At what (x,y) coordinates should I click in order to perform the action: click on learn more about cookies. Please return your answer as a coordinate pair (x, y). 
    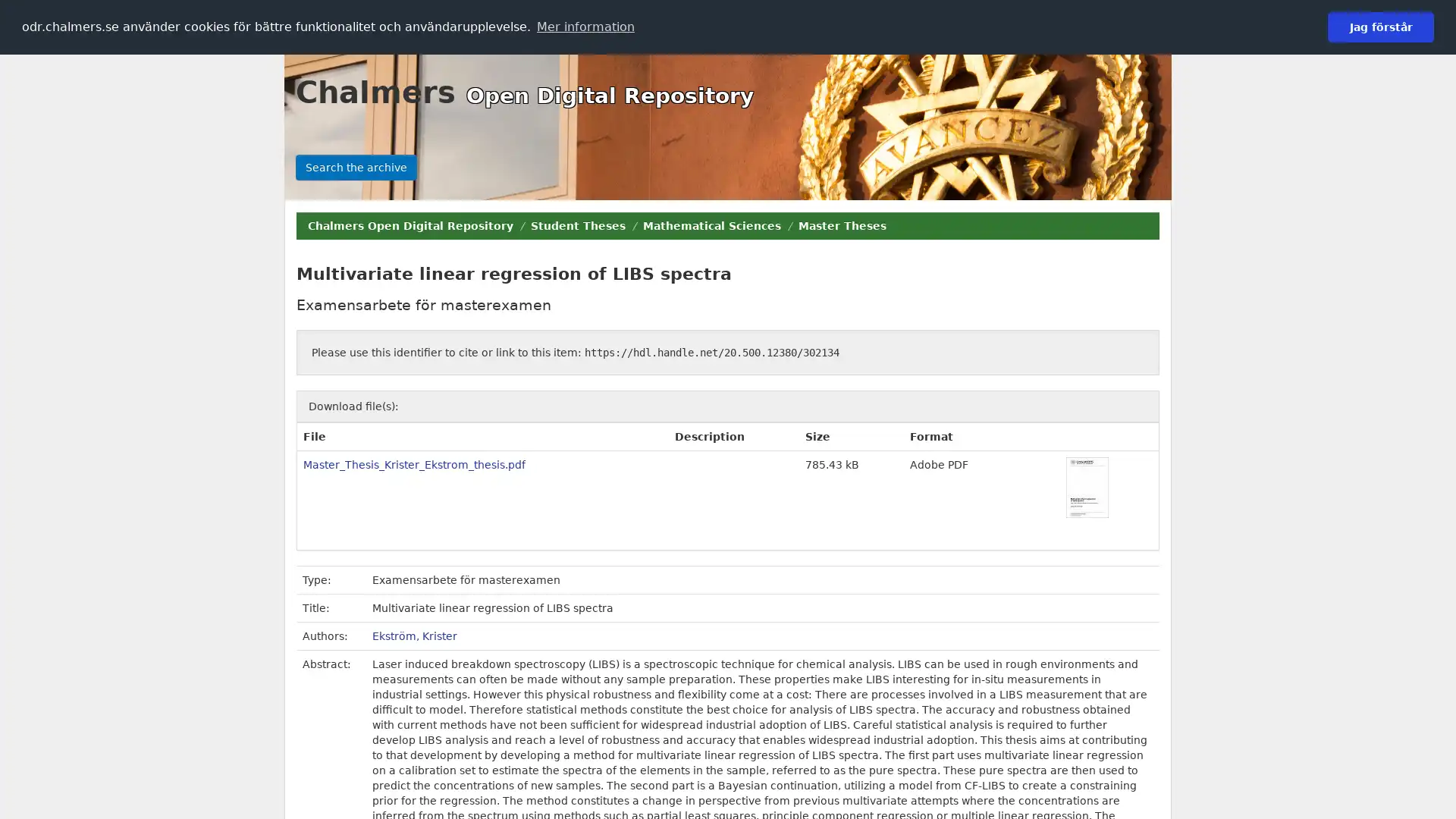
    Looking at the image, I should click on (585, 26).